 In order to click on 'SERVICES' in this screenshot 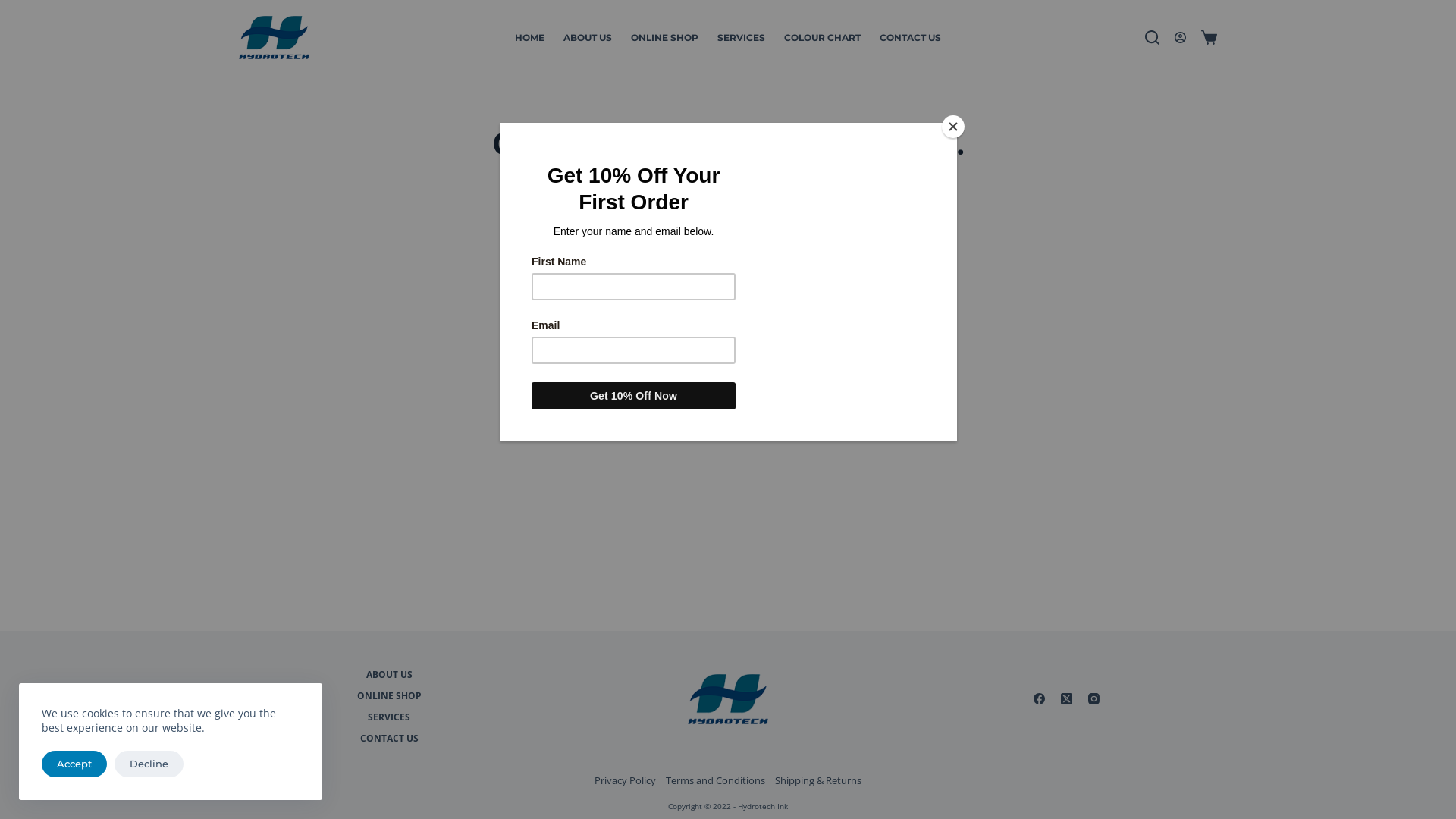, I will do `click(389, 717)`.